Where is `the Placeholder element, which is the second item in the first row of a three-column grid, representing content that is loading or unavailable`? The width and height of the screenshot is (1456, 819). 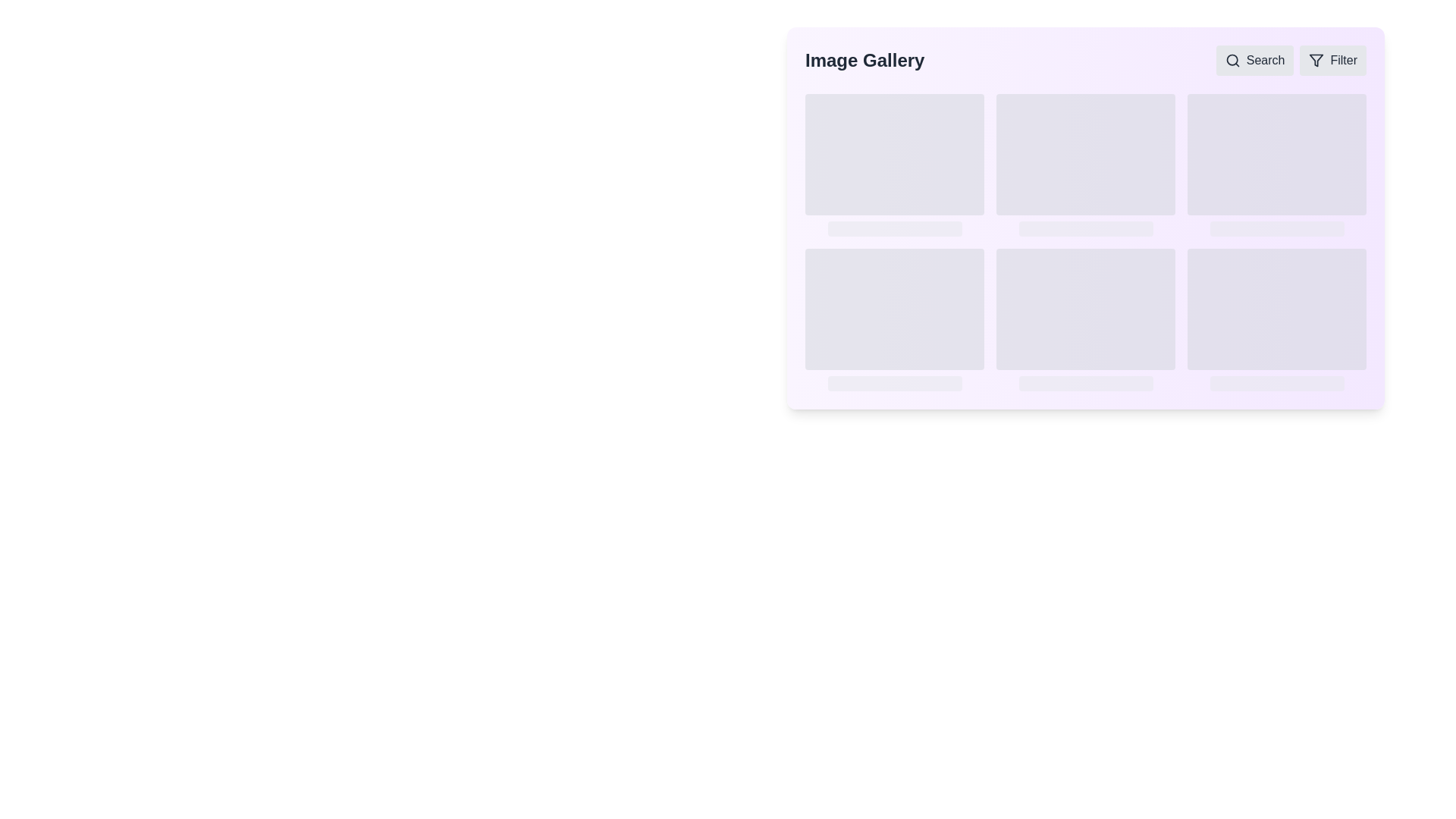 the Placeholder element, which is the second item in the first row of a three-column grid, representing content that is loading or unavailable is located at coordinates (1084, 165).